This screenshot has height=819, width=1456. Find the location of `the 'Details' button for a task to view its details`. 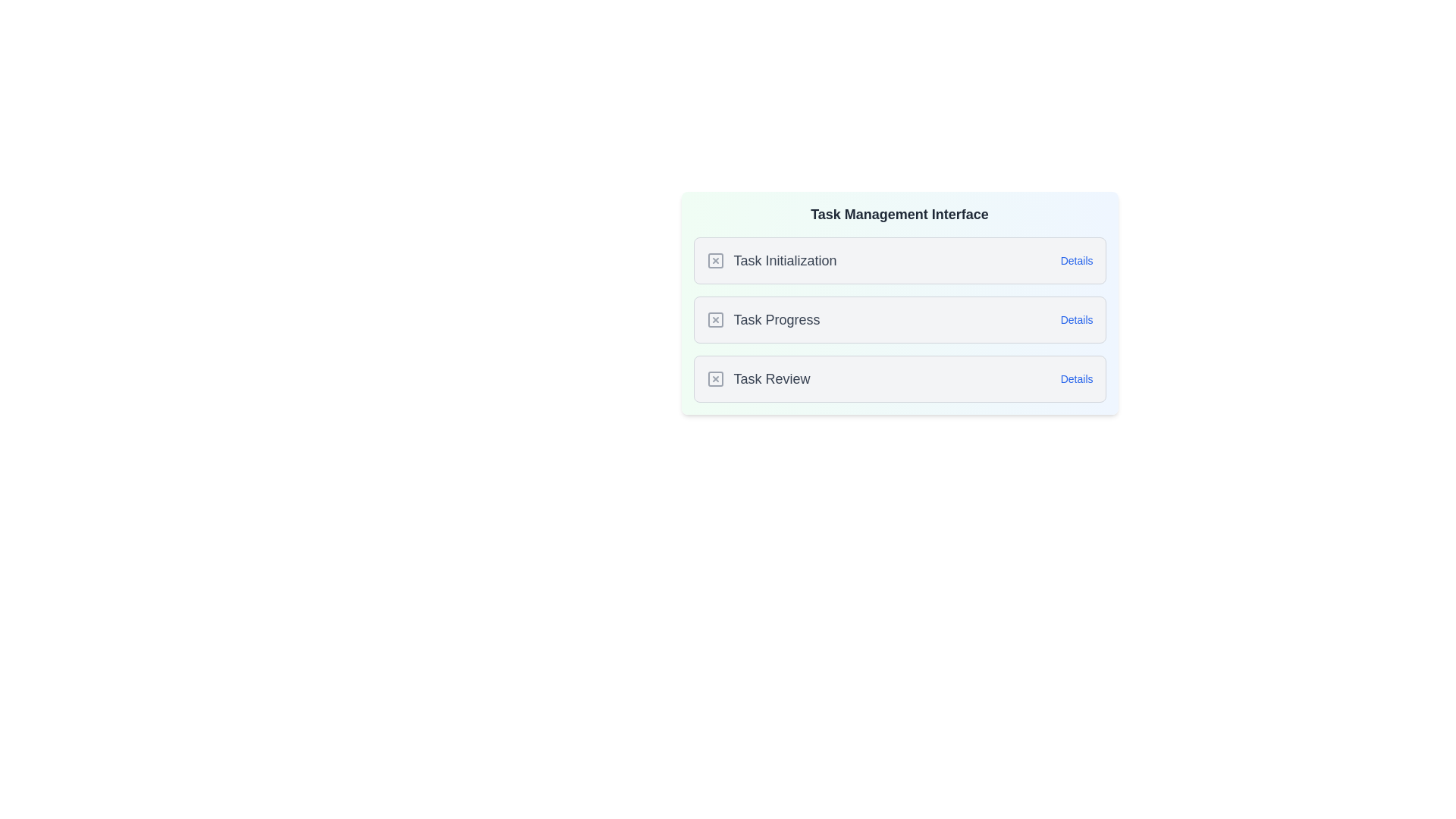

the 'Details' button for a task to view its details is located at coordinates (1076, 259).